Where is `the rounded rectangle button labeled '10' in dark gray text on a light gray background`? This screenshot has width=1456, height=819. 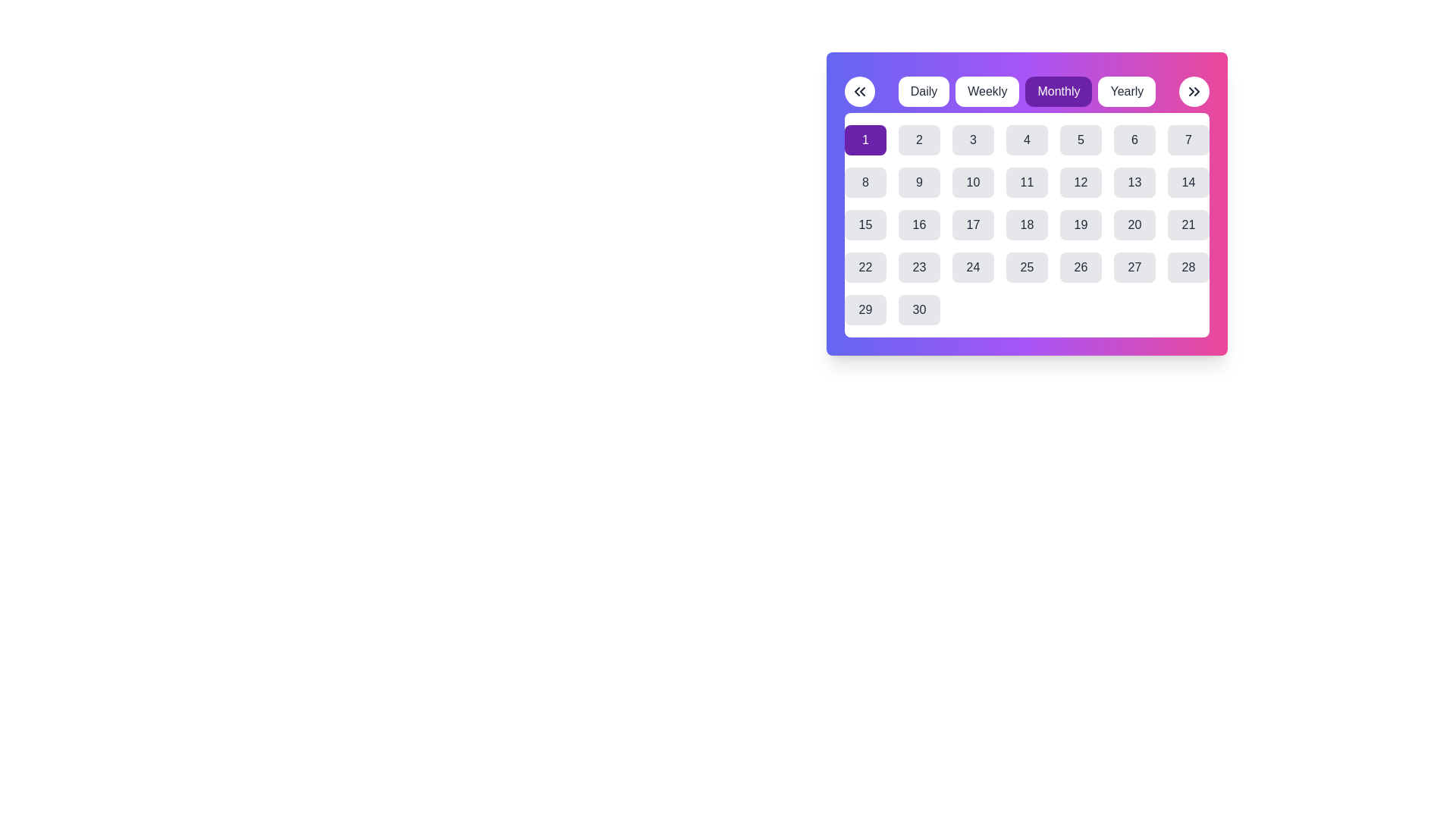 the rounded rectangle button labeled '10' in dark gray text on a light gray background is located at coordinates (973, 181).